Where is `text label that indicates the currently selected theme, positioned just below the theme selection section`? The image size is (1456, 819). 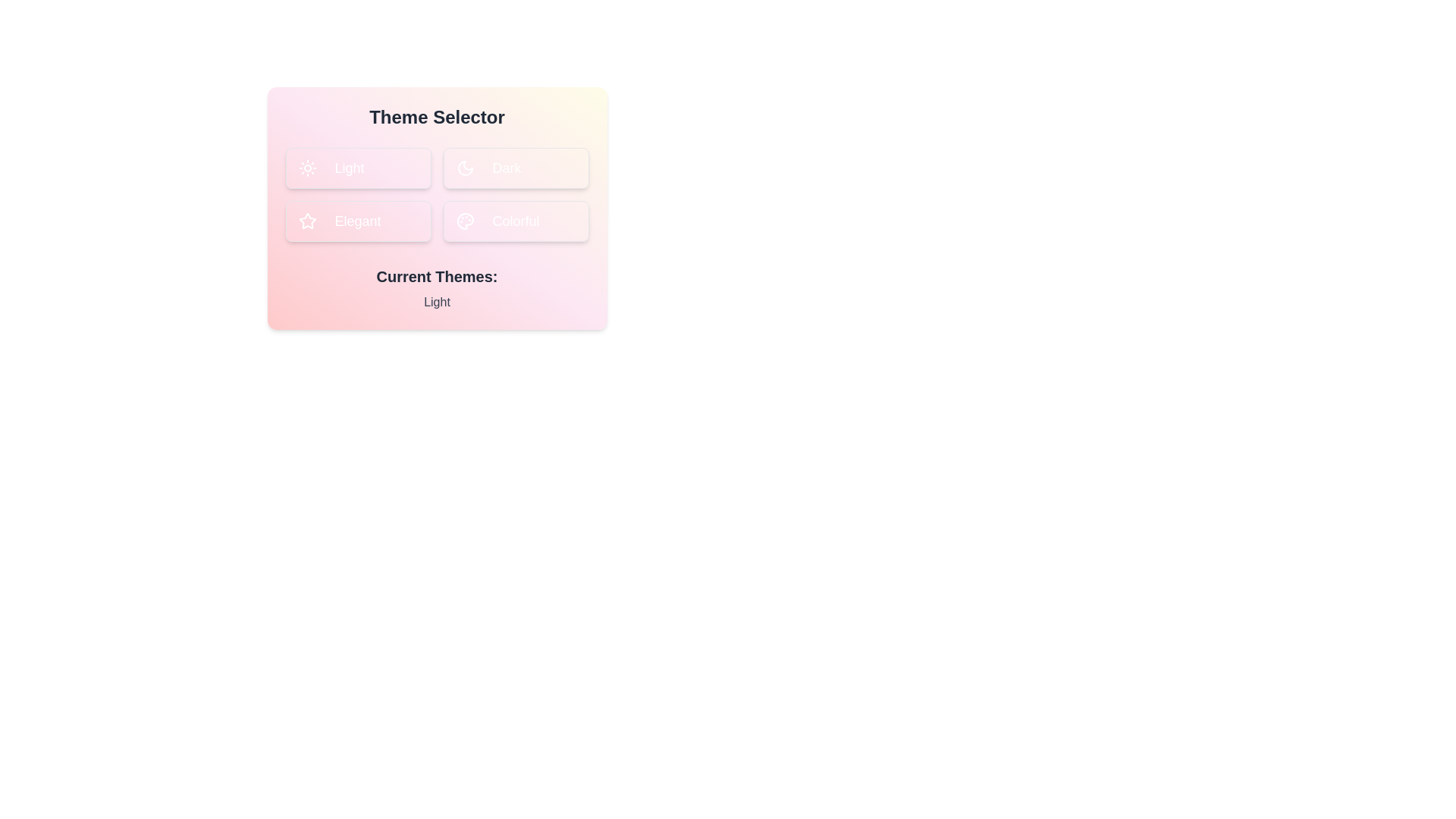 text label that indicates the currently selected theme, positioned just below the theme selection section is located at coordinates (436, 277).